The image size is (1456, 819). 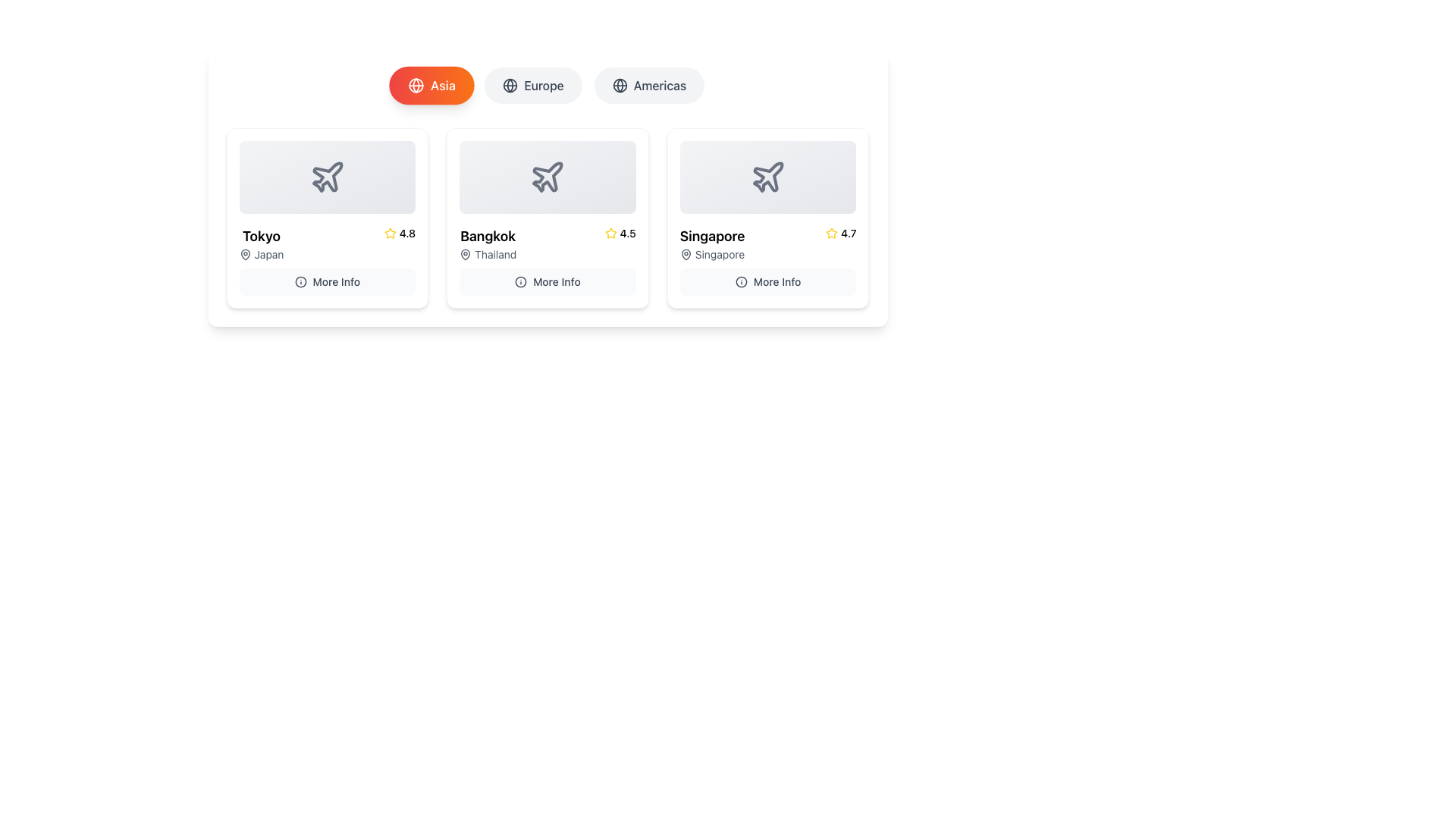 What do you see at coordinates (300, 281) in the screenshot?
I see `the 'More Info' icon located within the first card of the 'Asia' section associated with Tokyo` at bounding box center [300, 281].